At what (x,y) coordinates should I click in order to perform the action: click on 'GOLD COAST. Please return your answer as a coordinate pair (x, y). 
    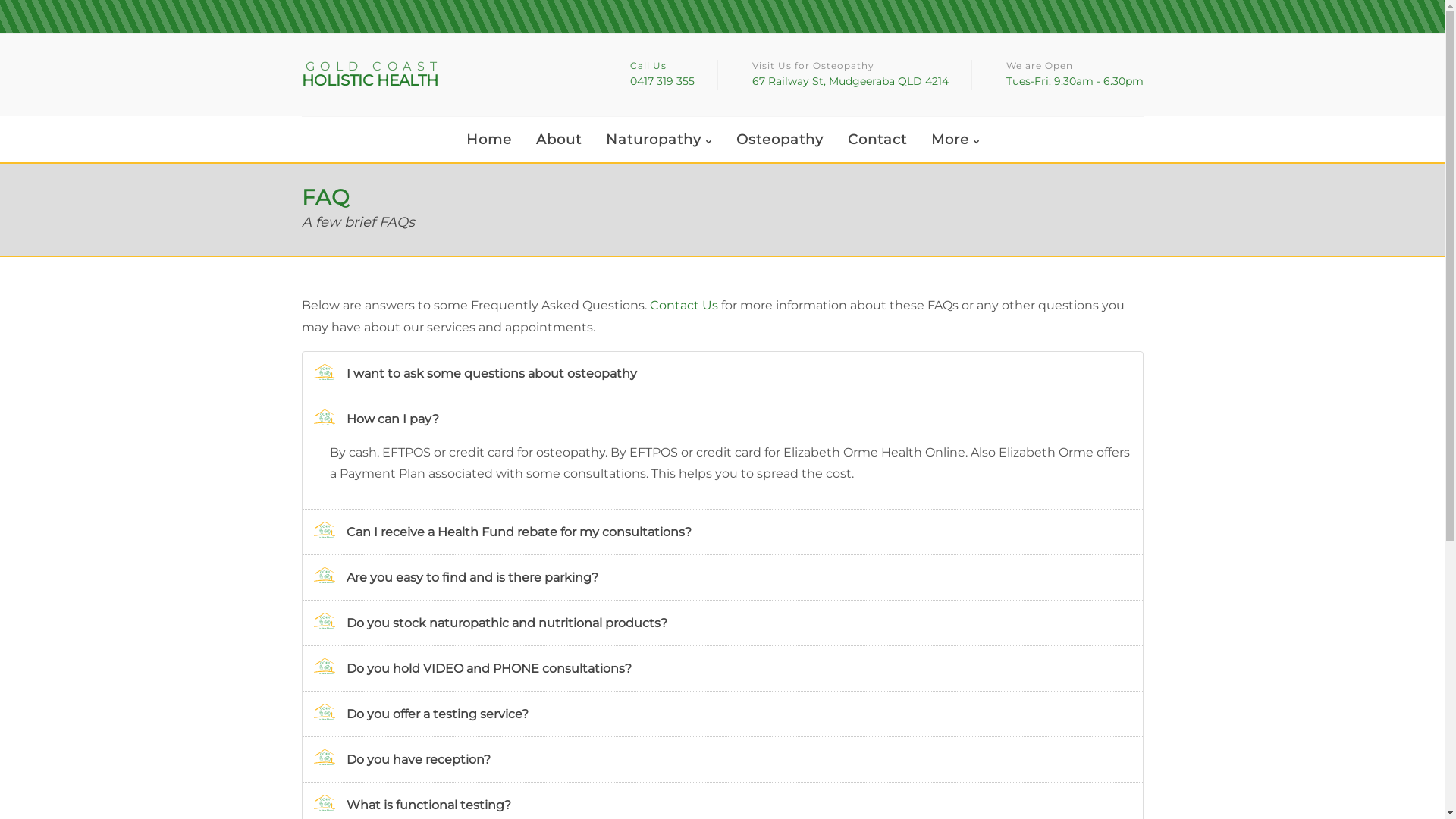
    Looking at the image, I should click on (444, 74).